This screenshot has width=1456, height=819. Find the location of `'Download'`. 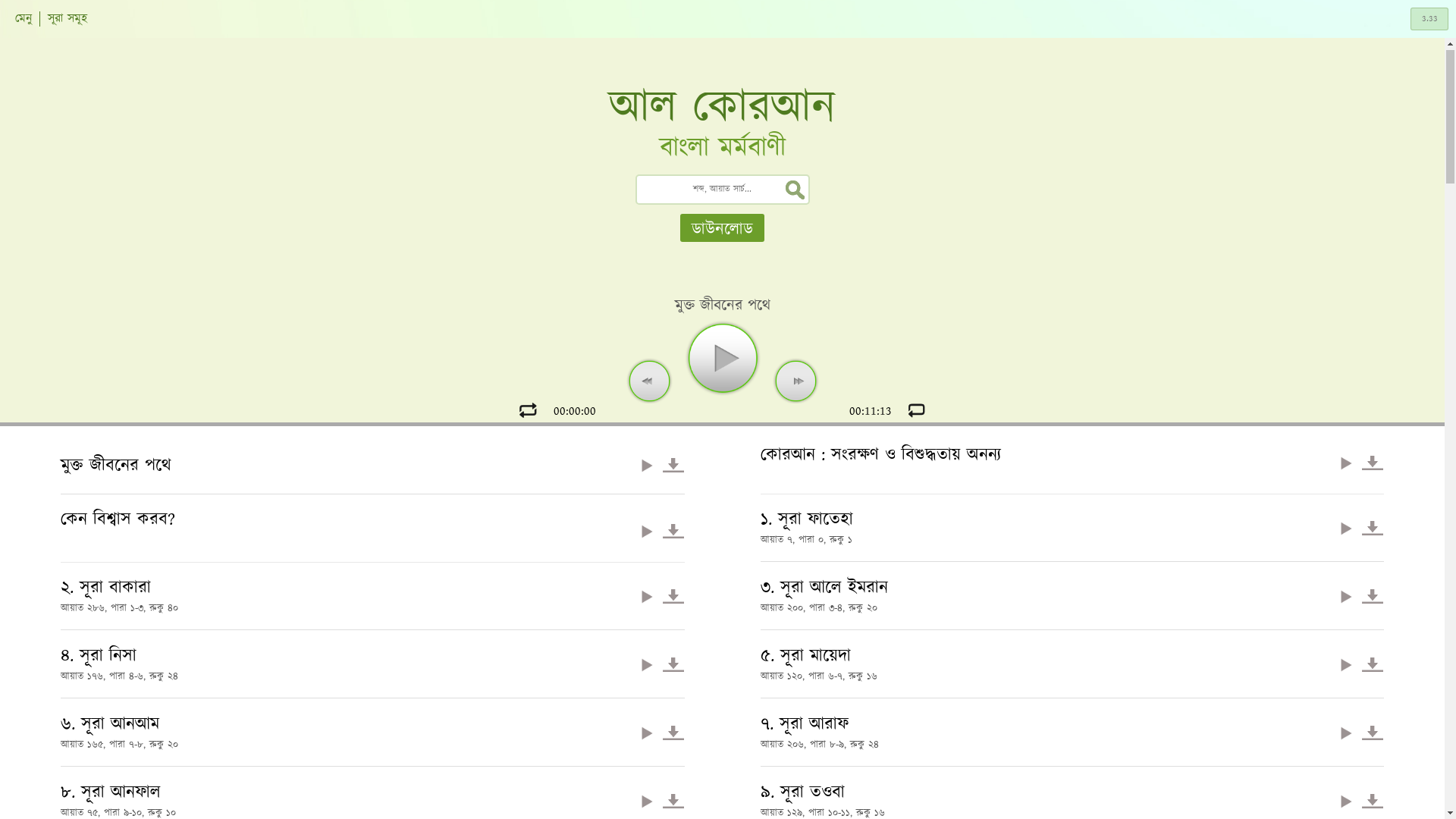

'Download' is located at coordinates (672, 800).